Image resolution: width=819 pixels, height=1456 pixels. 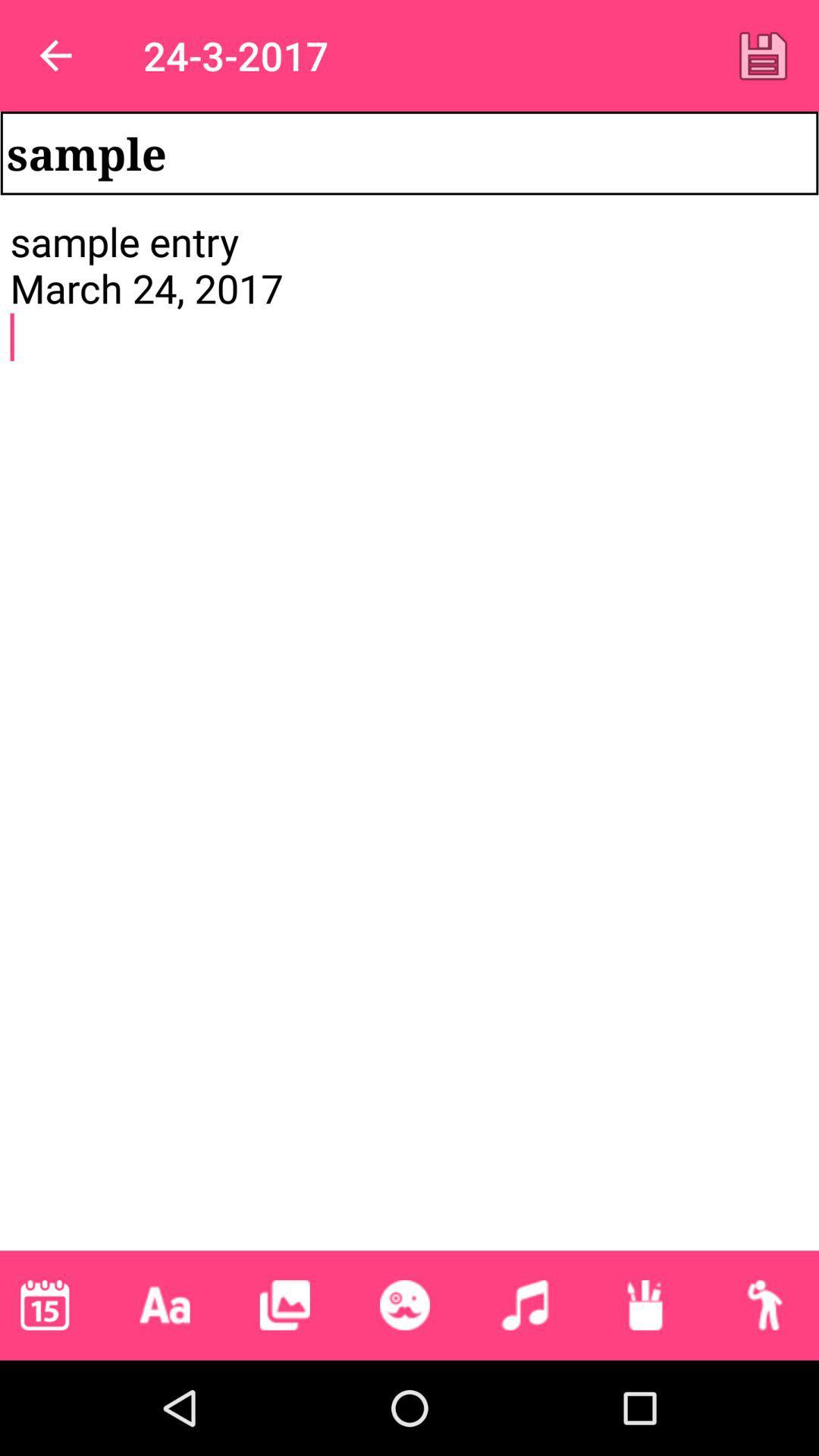 I want to click on the item at the top right corner, so click(x=763, y=55).